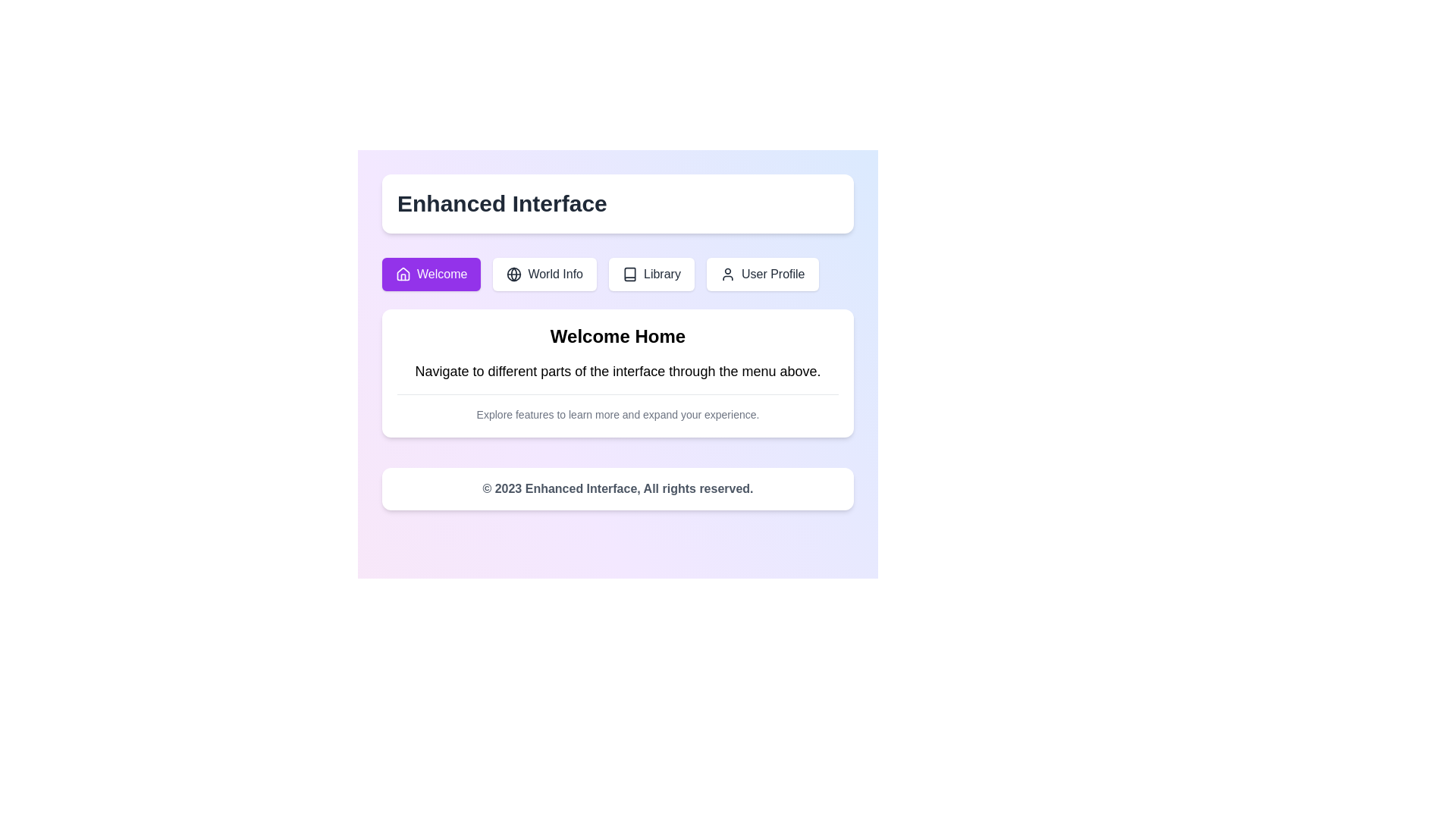  What do you see at coordinates (629, 274) in the screenshot?
I see `the 'Library' icon located to the left of the text label 'Library' in the horizontal menu bar at the top-center section of the interface` at bounding box center [629, 274].